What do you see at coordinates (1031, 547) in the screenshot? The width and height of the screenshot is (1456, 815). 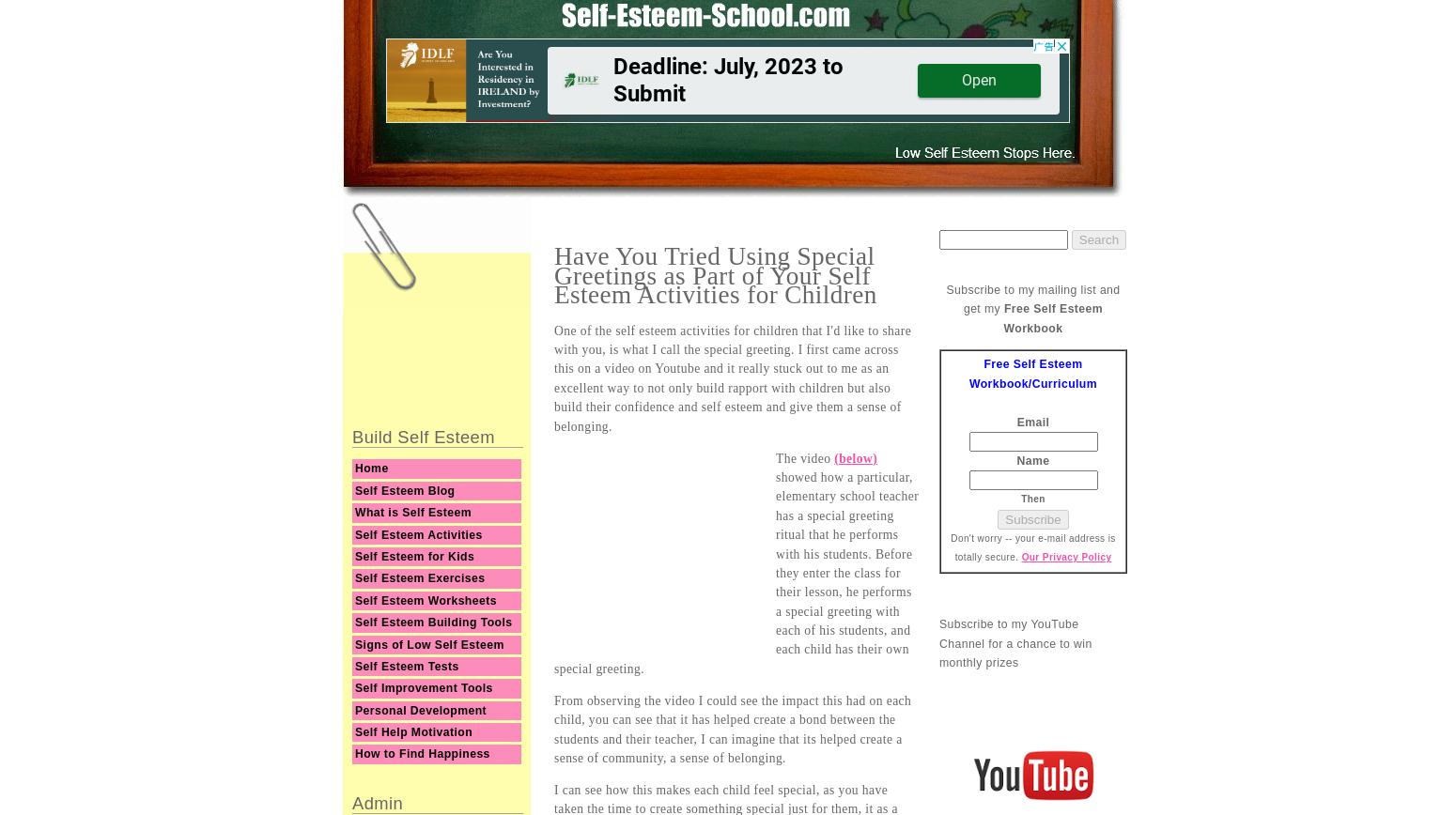 I see `'Don't worry -- your e-mail address is totally secure.'` at bounding box center [1031, 547].